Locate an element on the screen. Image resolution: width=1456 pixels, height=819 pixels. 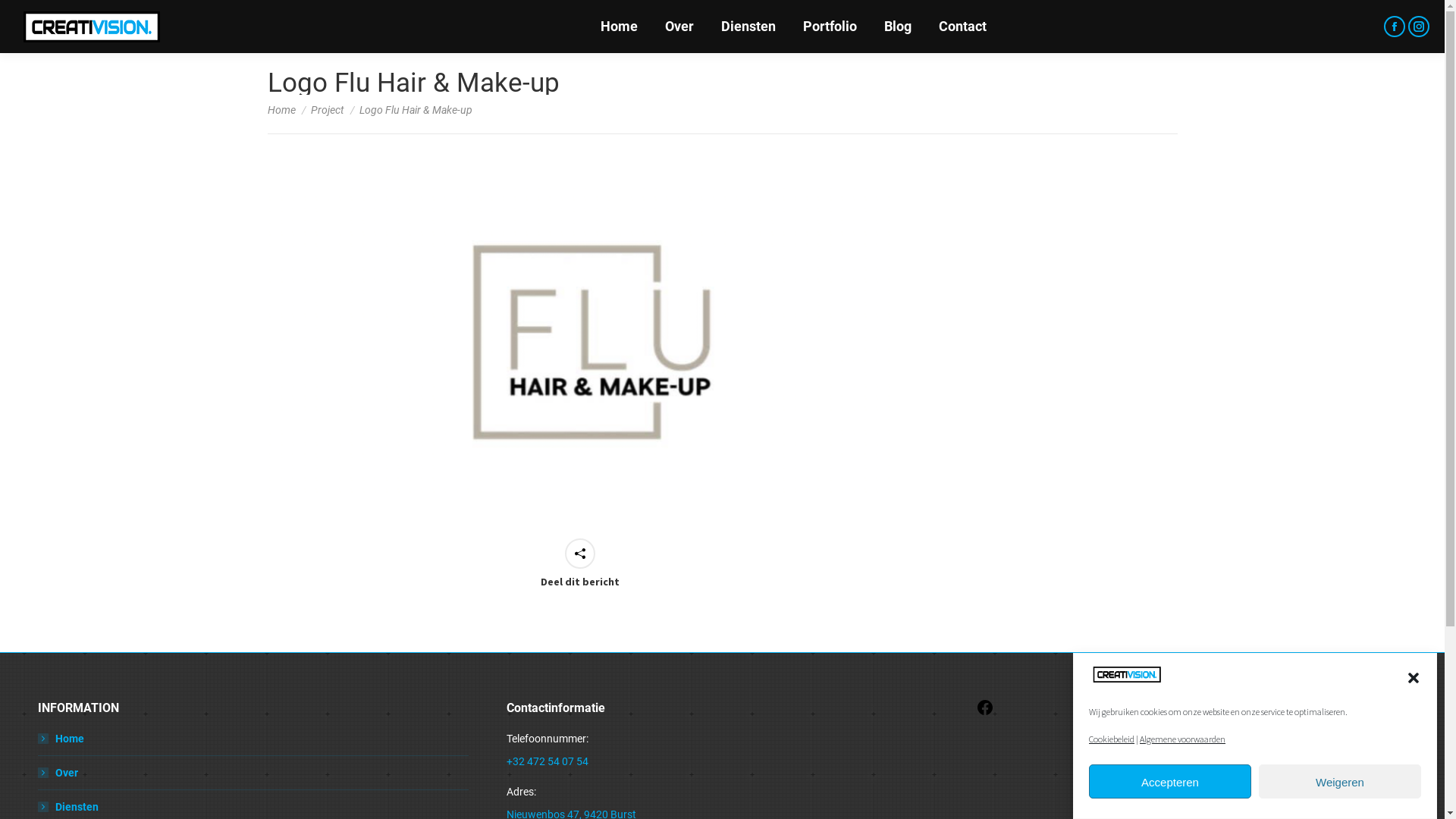
'Facebook page opens in new window' is located at coordinates (1394, 26).